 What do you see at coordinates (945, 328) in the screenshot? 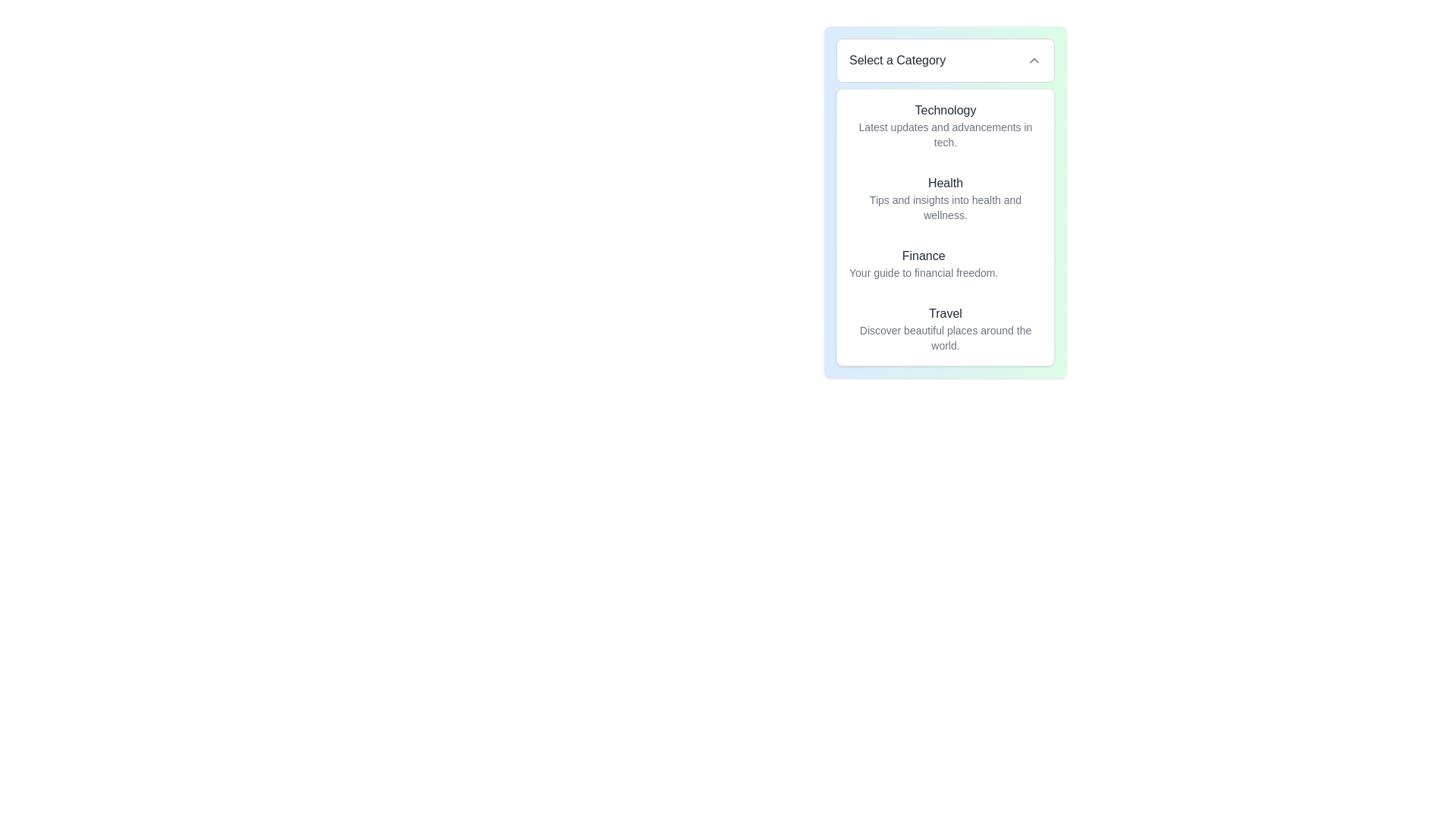
I see `the last list item with the bold title 'Travel' and the description 'Discover beautiful places around the world.'` at bounding box center [945, 328].